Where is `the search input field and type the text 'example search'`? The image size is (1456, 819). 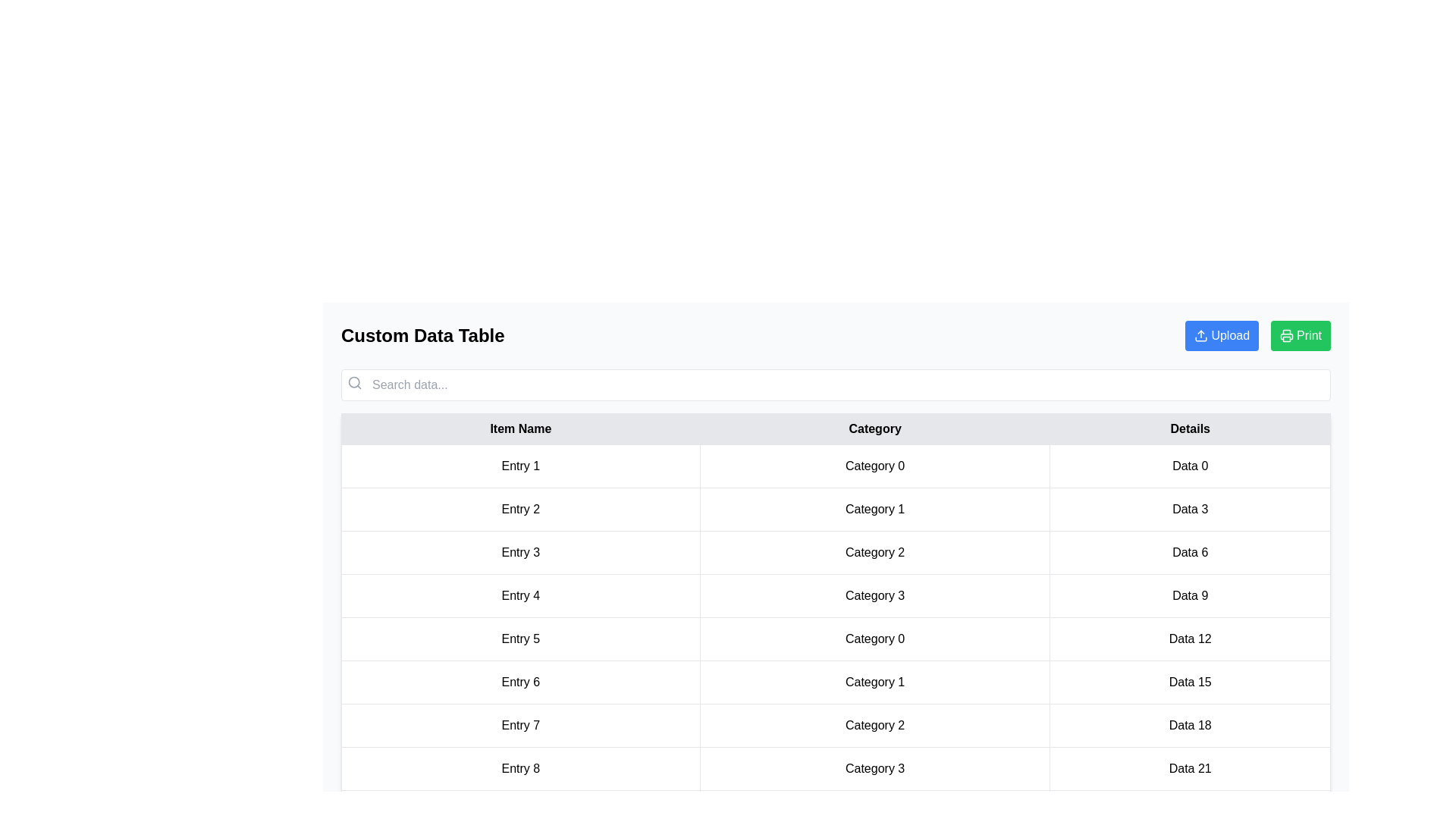
the search input field and type the text 'example search' is located at coordinates (835, 384).